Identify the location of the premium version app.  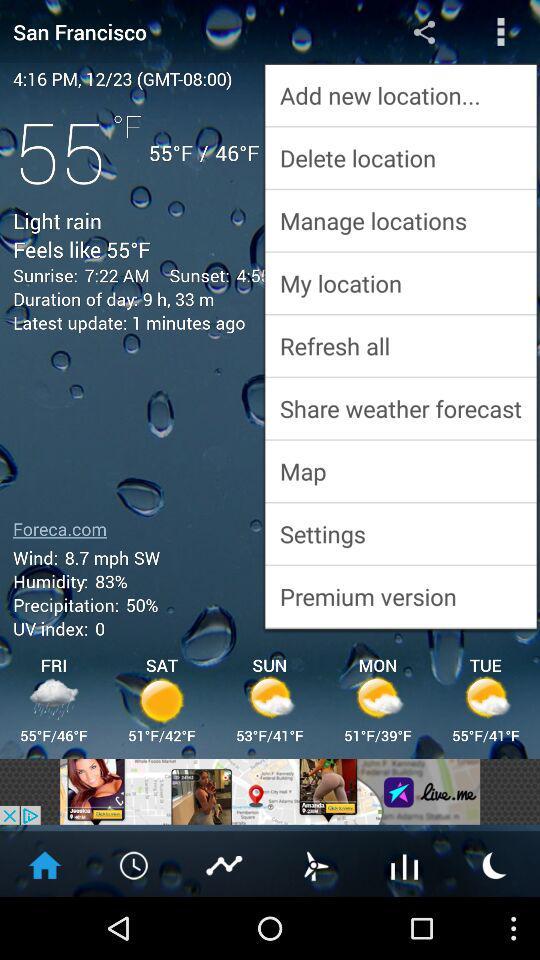
(400, 596).